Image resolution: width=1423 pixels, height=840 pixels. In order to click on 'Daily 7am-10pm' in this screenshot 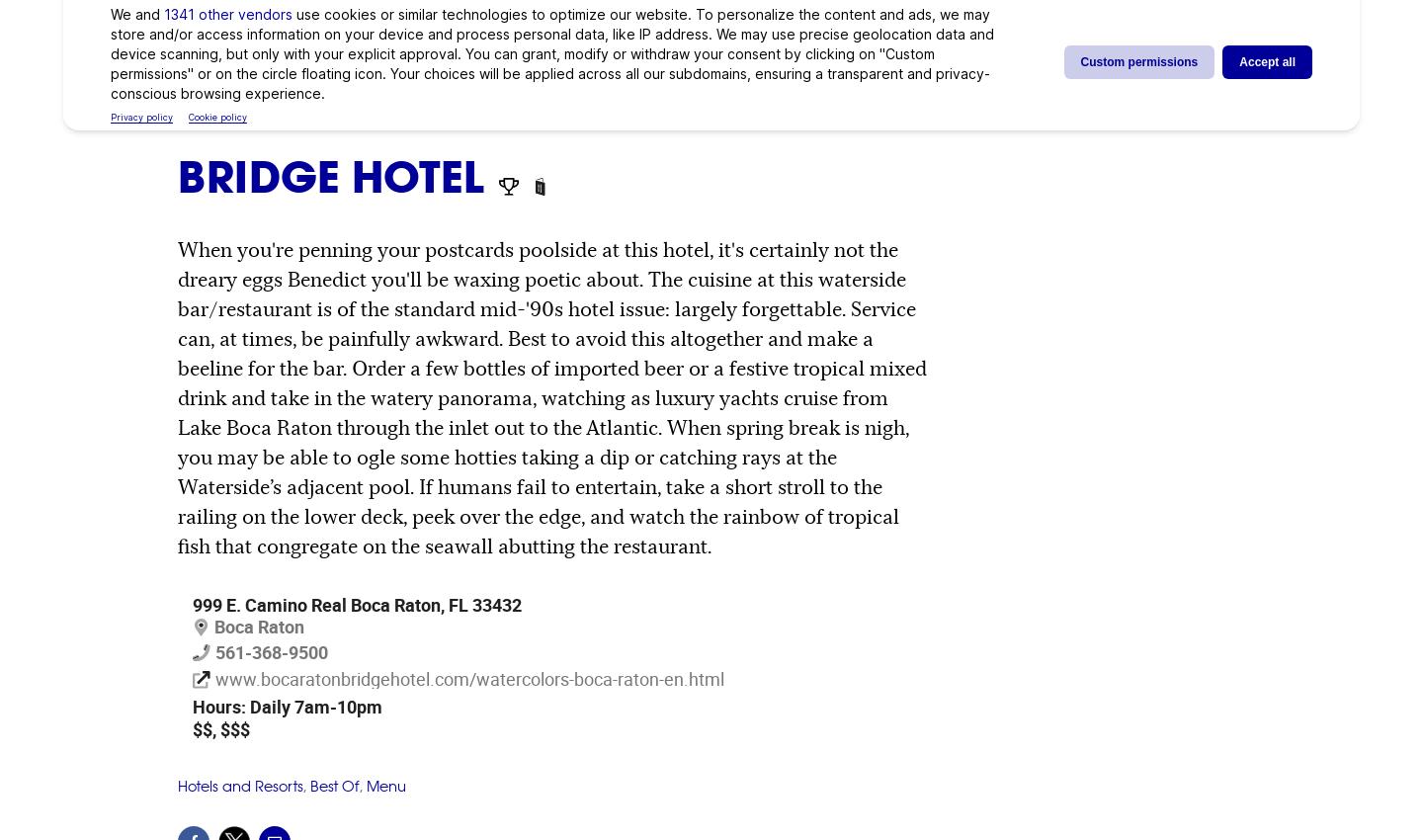, I will do `click(313, 706)`.